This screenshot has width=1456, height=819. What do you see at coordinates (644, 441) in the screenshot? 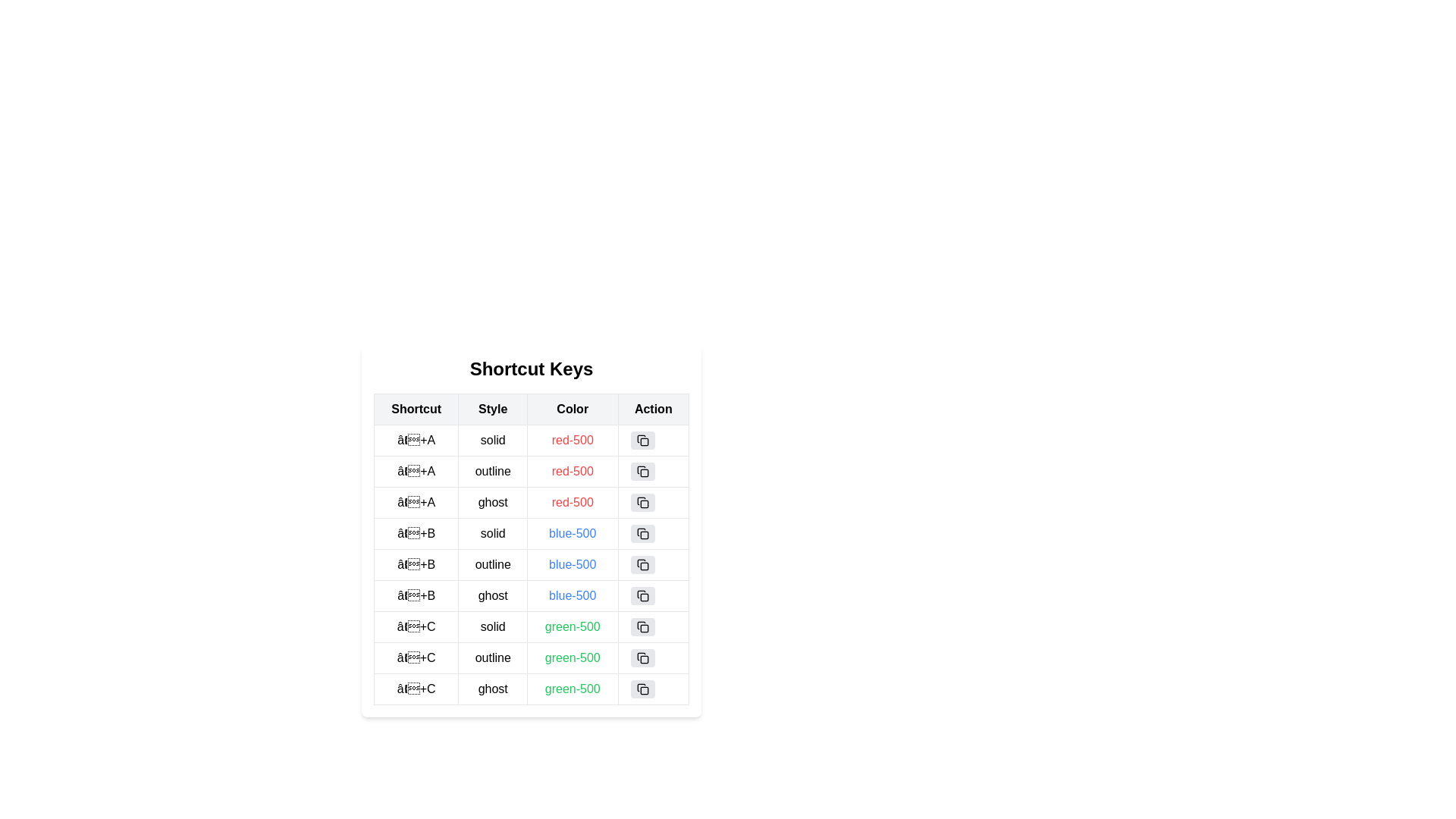
I see `the top-right copy icon in the 'Action' column of the table, which represents the action of copying something` at bounding box center [644, 441].